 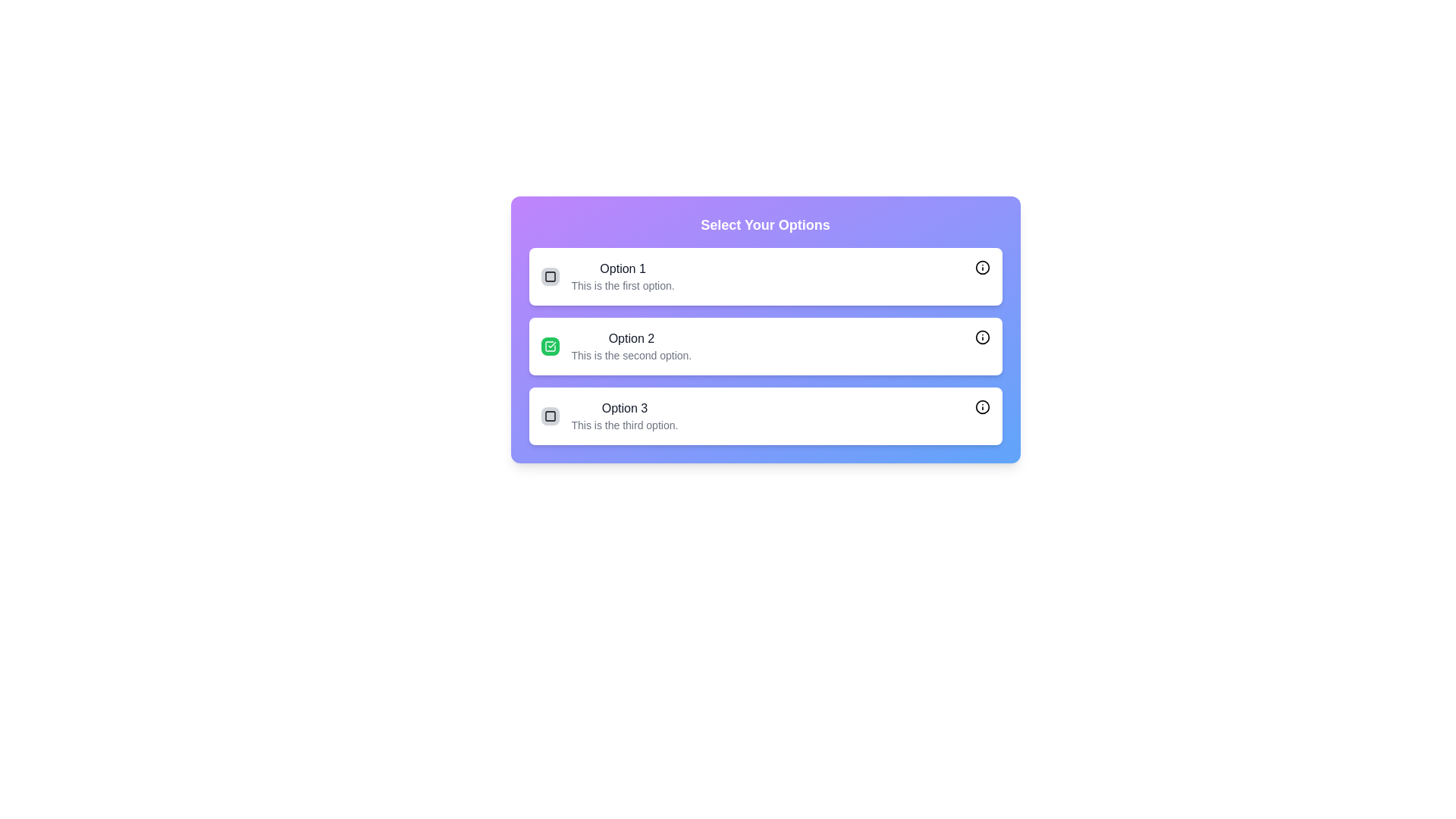 What do you see at coordinates (624, 425) in the screenshot?
I see `the descriptive text element located under the 'Option 3' title in the 'Select Your Options' list` at bounding box center [624, 425].